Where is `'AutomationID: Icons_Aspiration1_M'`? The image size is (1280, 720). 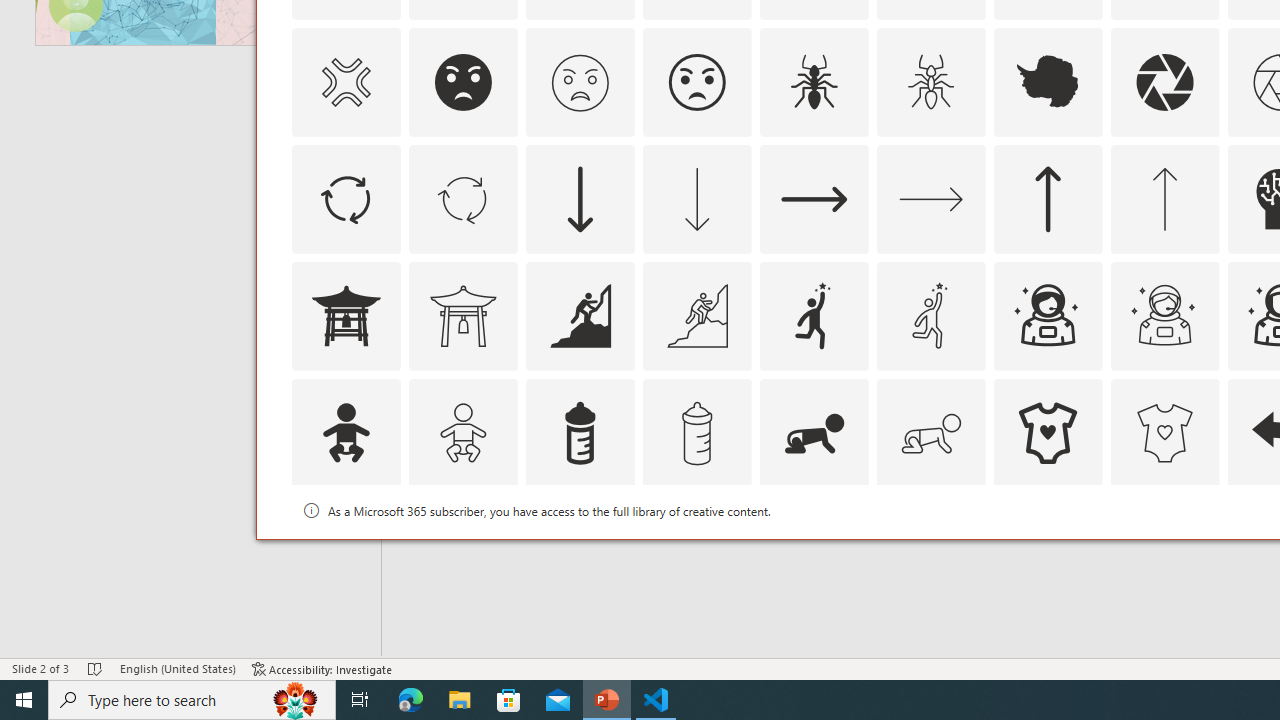 'AutomationID: Icons_Aspiration1_M' is located at coordinates (929, 315).